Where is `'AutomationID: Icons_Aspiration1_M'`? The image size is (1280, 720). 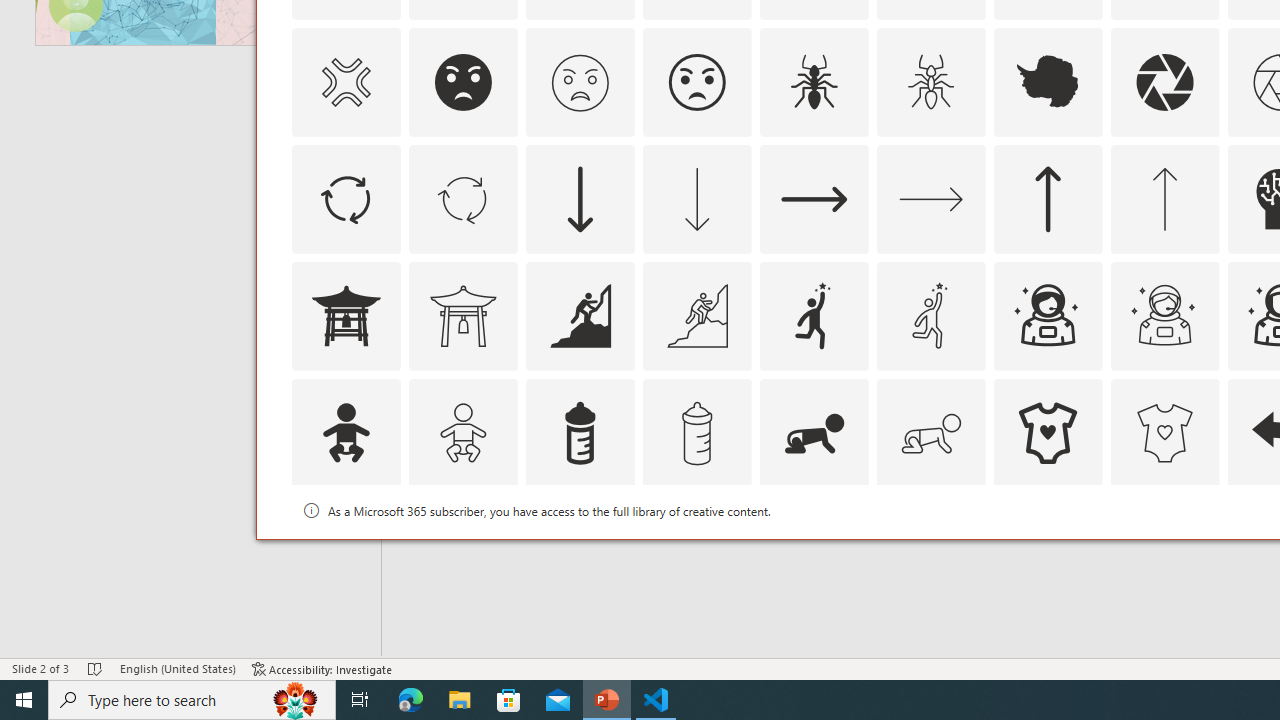 'AutomationID: Icons_Aspiration1_M' is located at coordinates (929, 315).